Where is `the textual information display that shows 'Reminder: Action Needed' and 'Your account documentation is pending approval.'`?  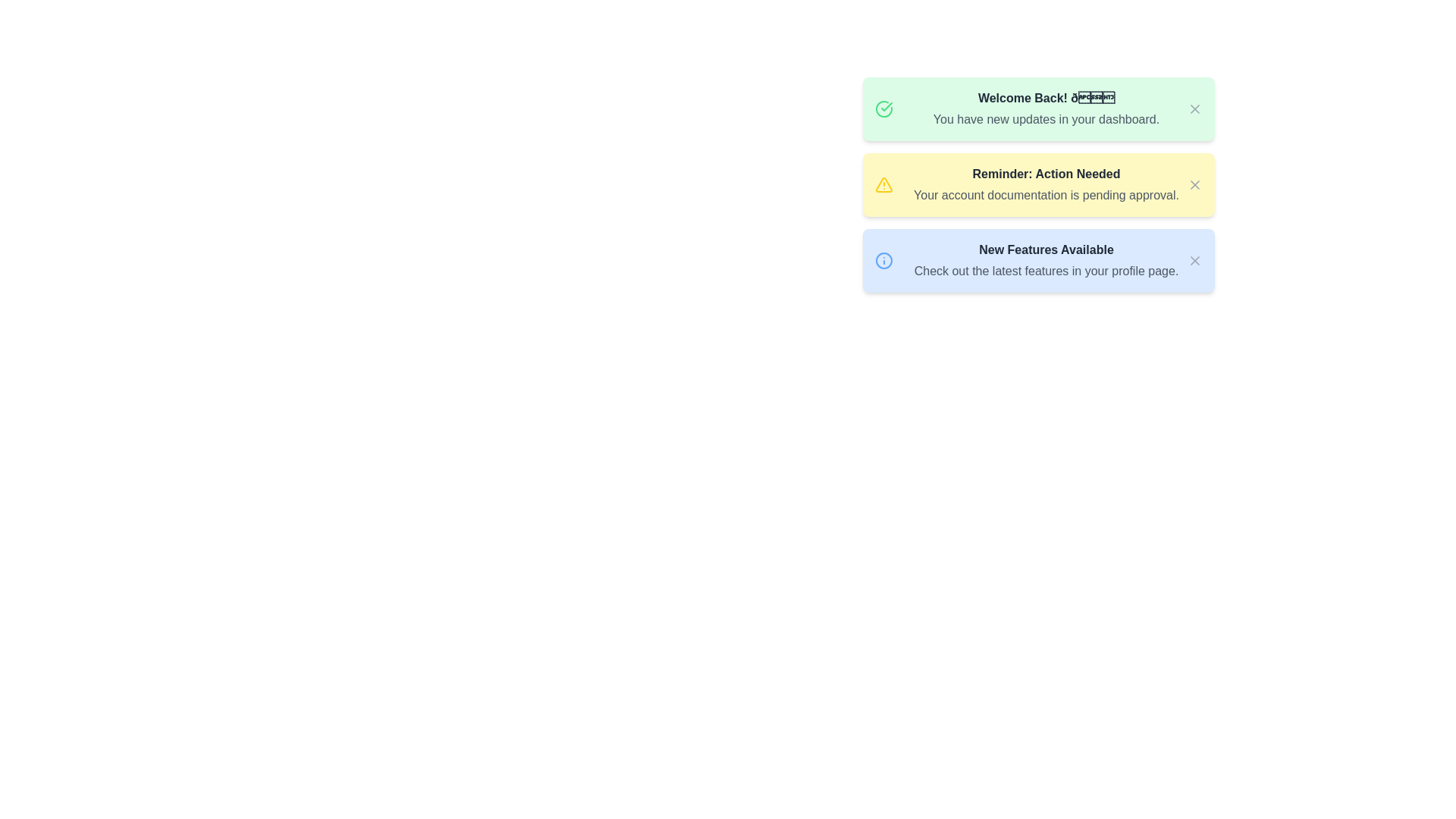 the textual information display that shows 'Reminder: Action Needed' and 'Your account documentation is pending approval.' is located at coordinates (1046, 184).